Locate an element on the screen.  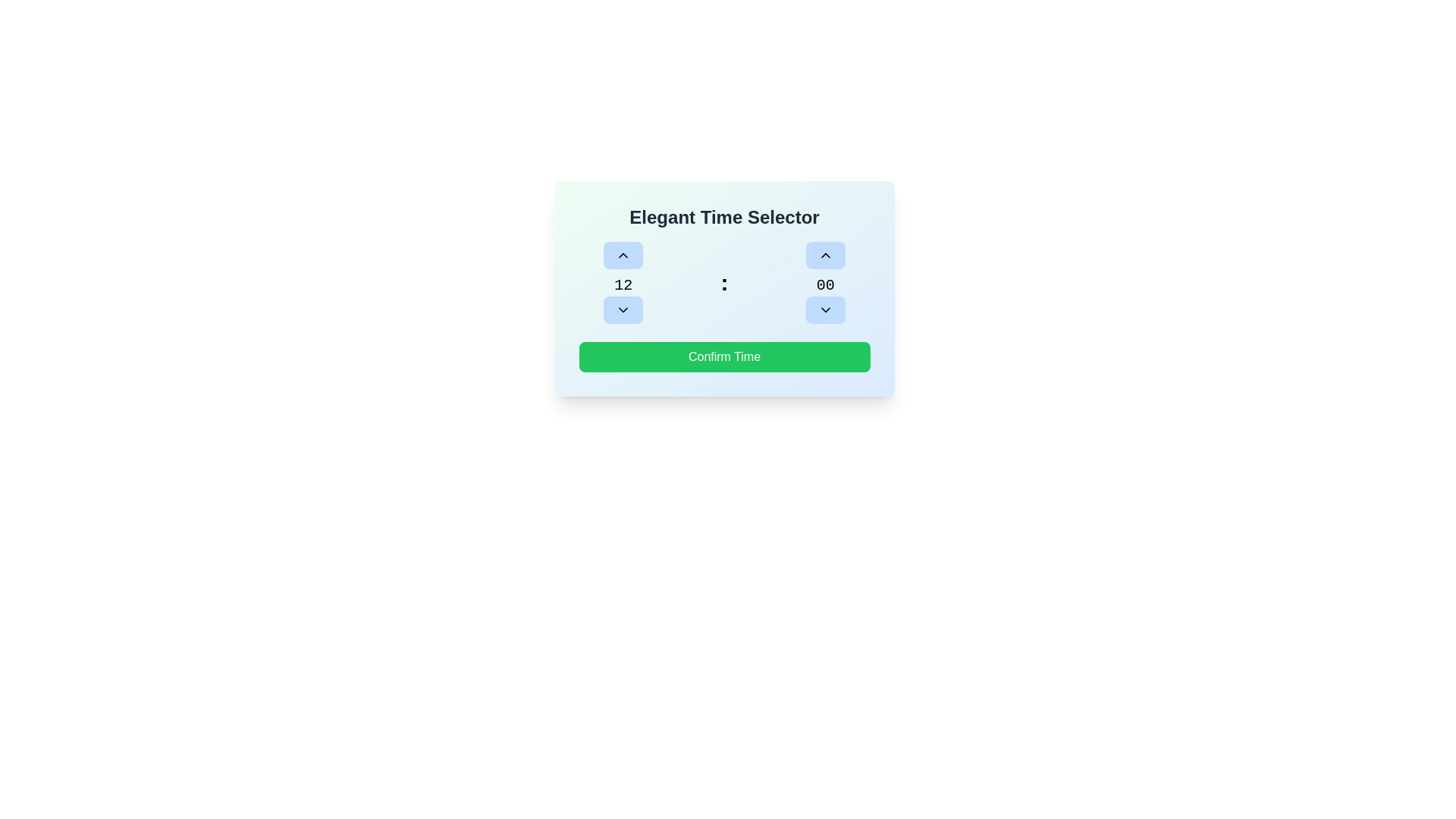
the displayed time by interacting with the Time Selector Component located centrally below the title 'Elegant Time Selector' is located at coordinates (723, 283).